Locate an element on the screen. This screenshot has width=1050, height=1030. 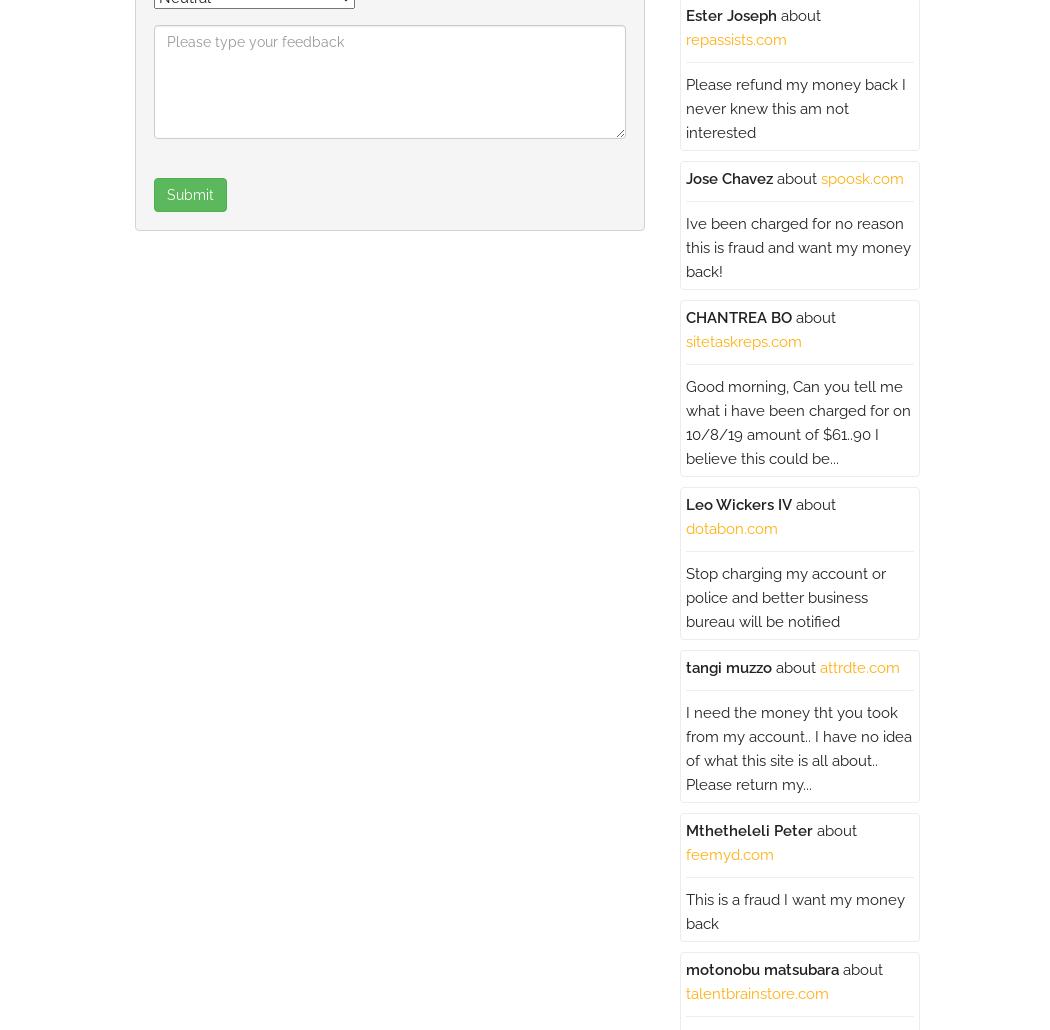
'CHANTREA BO' is located at coordinates (685, 316).